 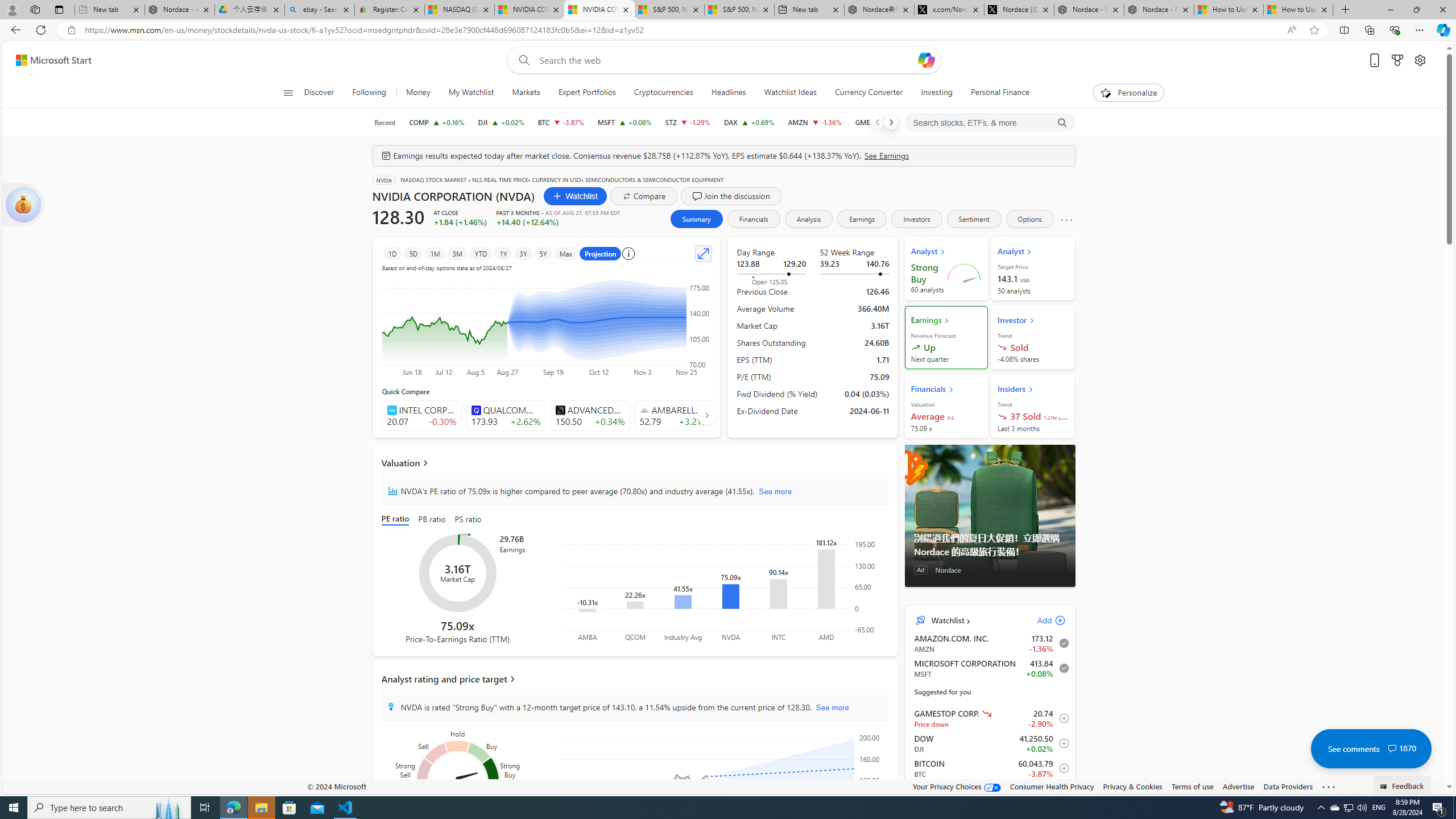 What do you see at coordinates (396, 520) in the screenshot?
I see `'PE ratio'` at bounding box center [396, 520].